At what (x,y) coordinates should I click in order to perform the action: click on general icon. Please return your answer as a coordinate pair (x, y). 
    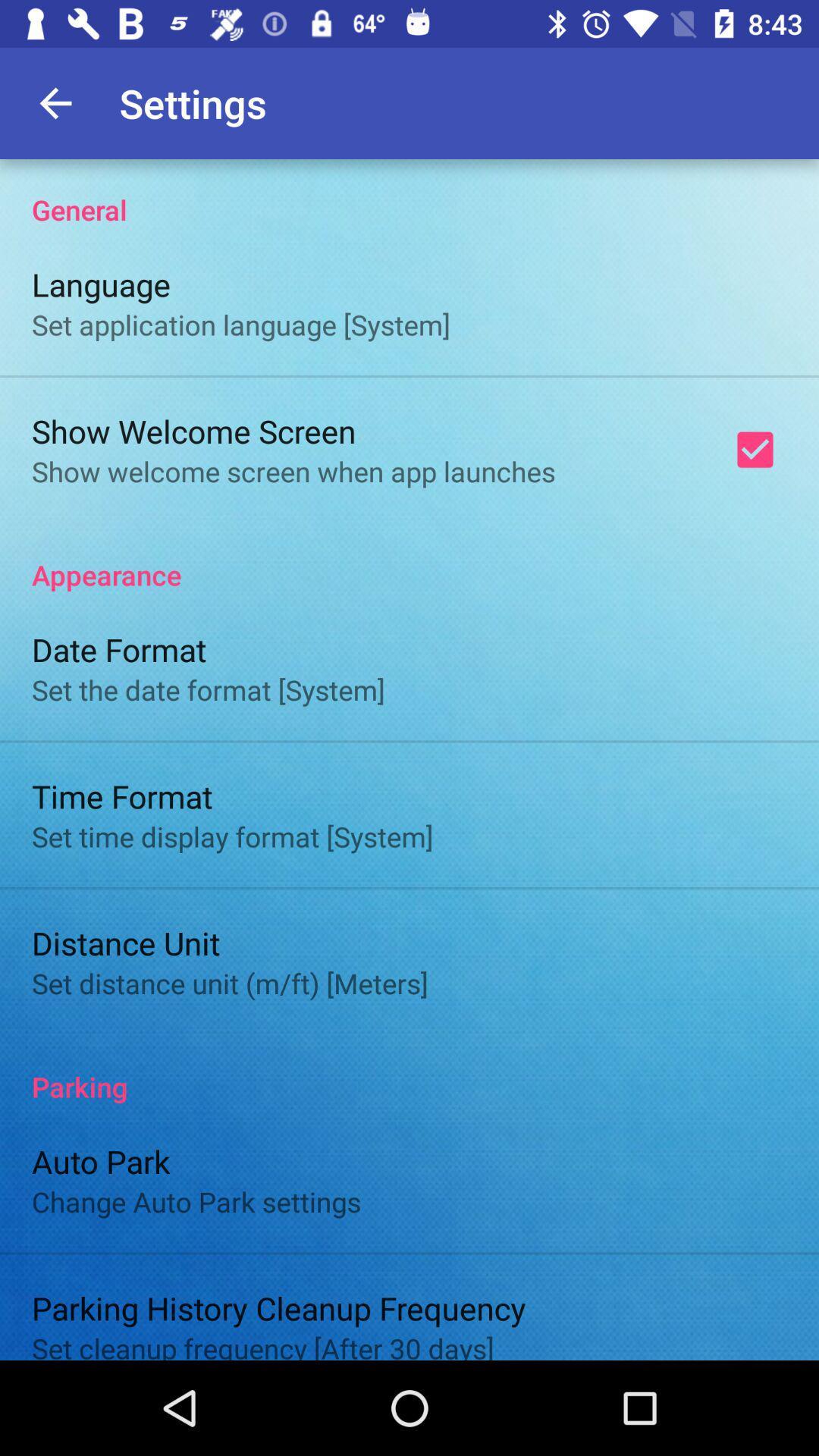
    Looking at the image, I should click on (409, 193).